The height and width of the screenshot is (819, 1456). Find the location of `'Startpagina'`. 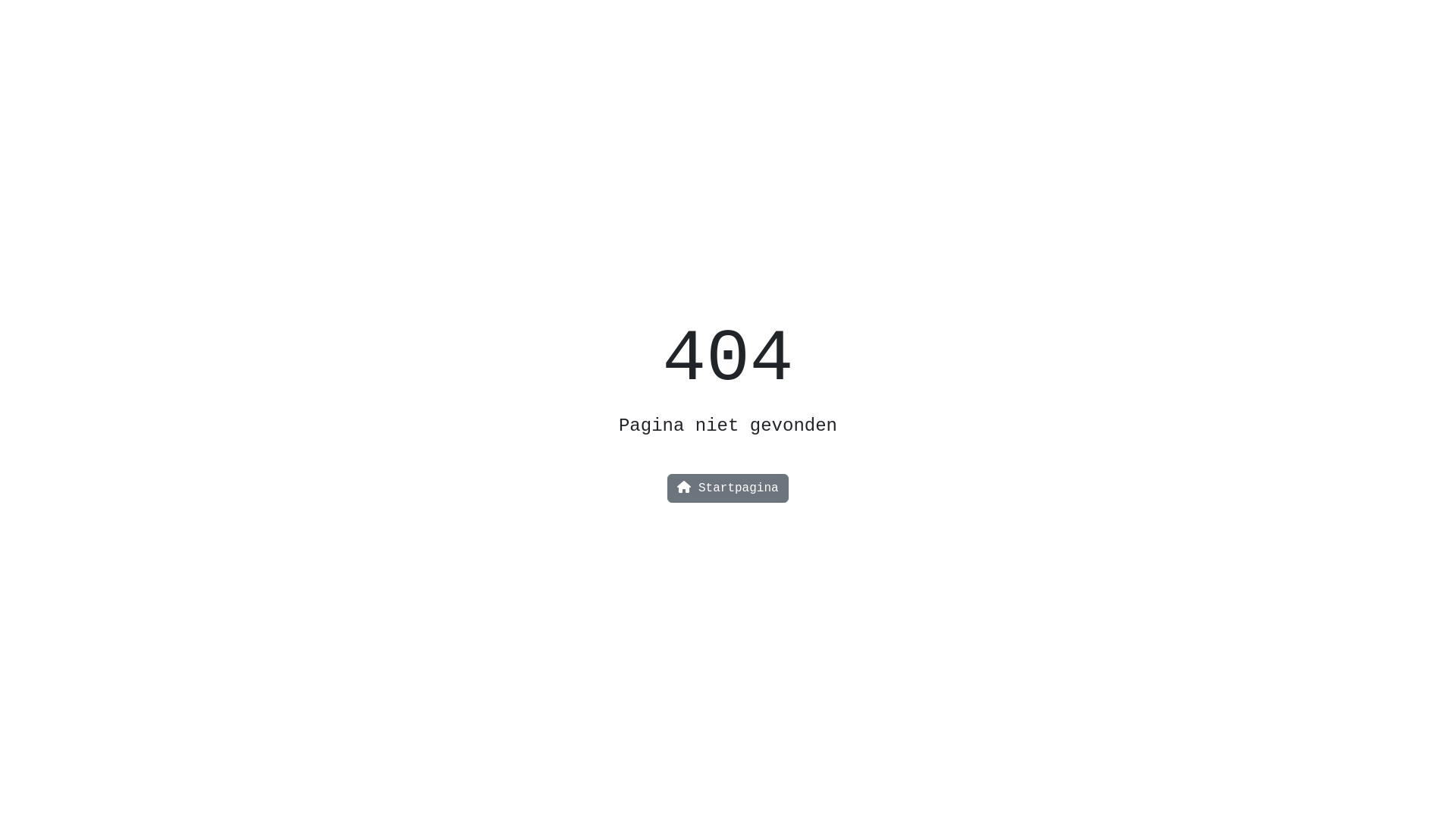

'Startpagina' is located at coordinates (671, 488).